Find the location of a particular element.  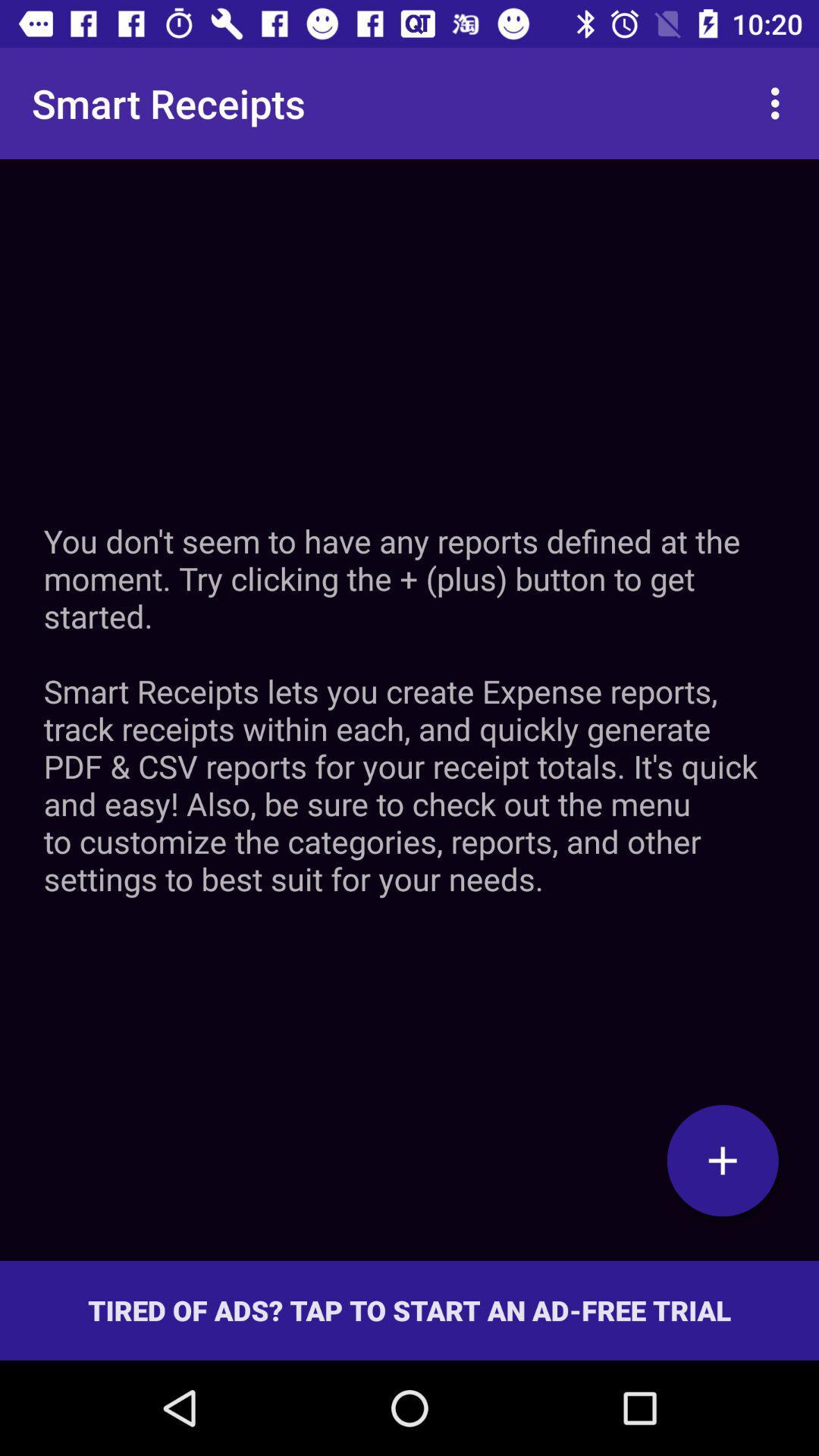

creat new the article is located at coordinates (722, 1159).